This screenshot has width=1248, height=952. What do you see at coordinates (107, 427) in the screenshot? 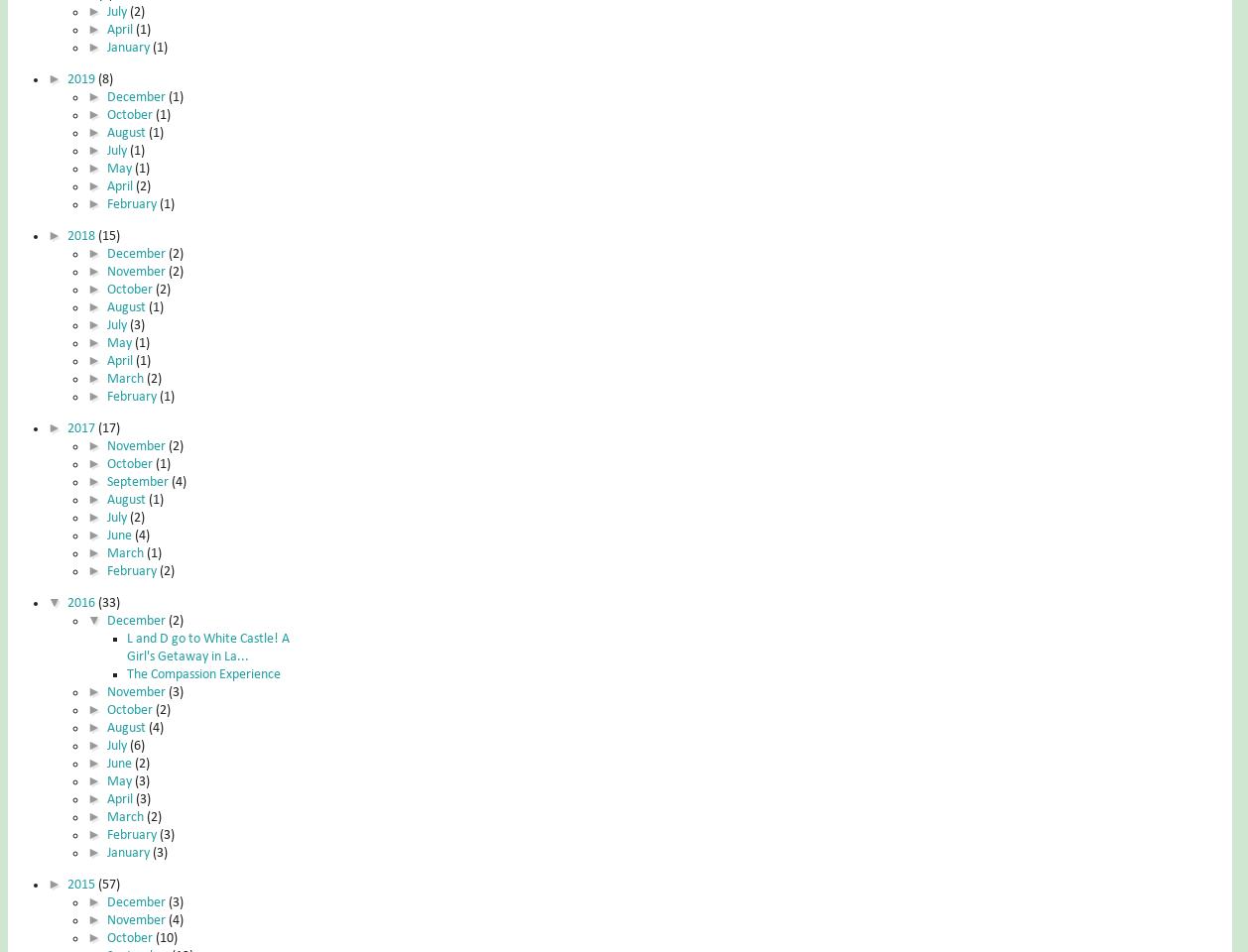
I see `'(17)'` at bounding box center [107, 427].